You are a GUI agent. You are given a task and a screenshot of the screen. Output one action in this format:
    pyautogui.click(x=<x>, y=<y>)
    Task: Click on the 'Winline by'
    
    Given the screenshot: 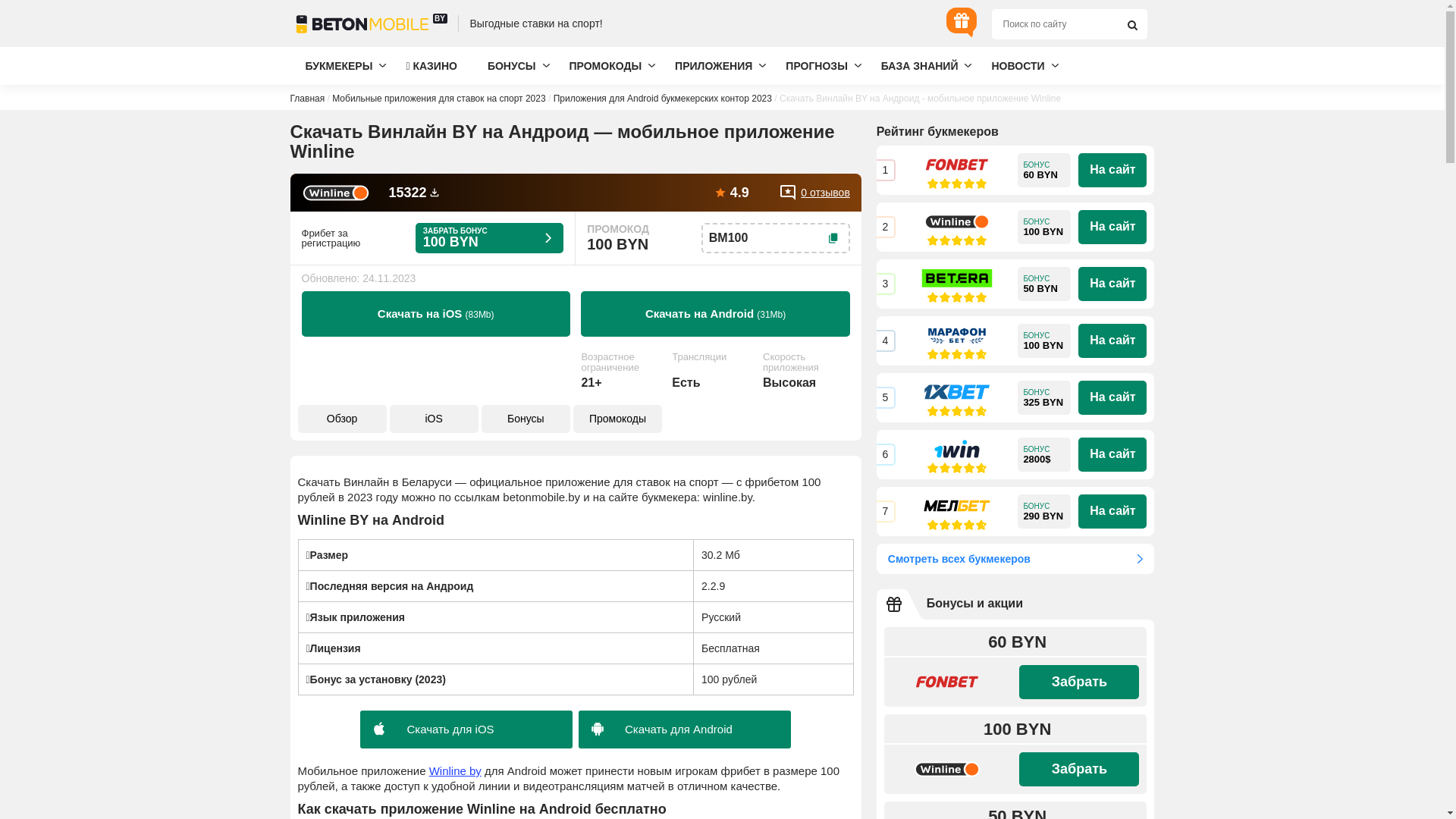 What is the action you would take?
    pyautogui.click(x=454, y=770)
    